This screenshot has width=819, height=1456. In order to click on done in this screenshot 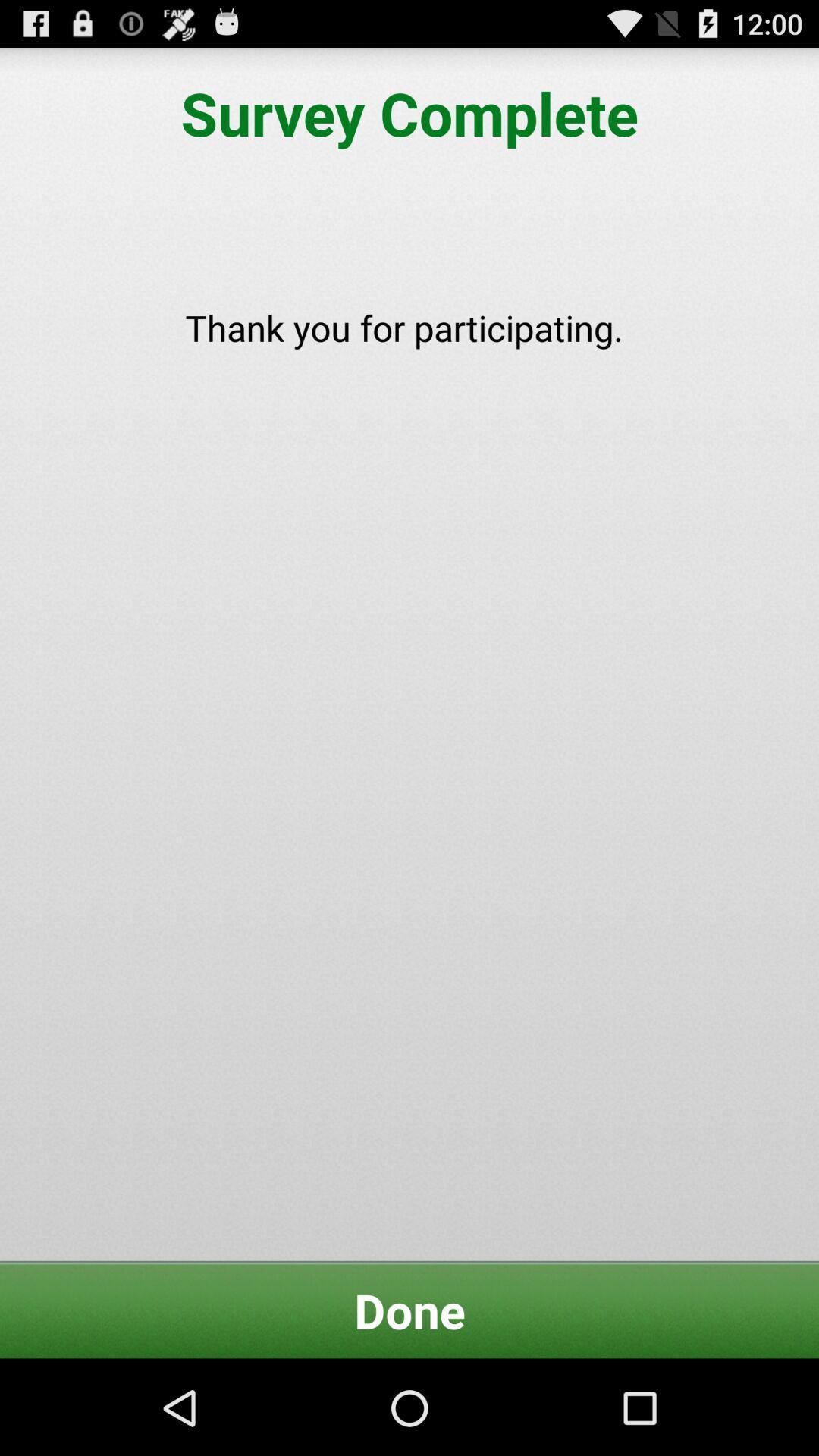, I will do `click(409, 1310)`.